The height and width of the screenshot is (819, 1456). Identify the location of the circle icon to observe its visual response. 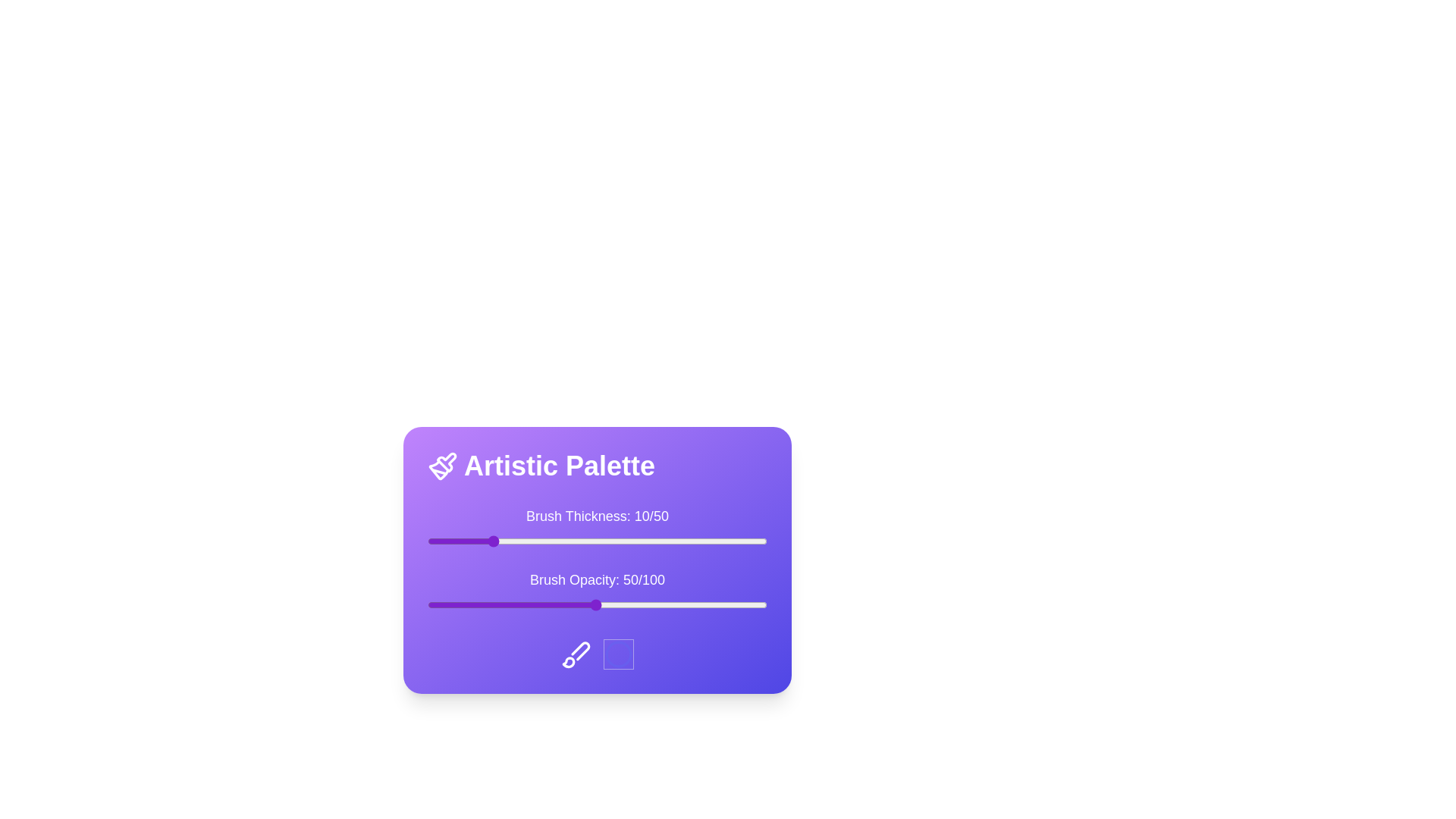
(619, 654).